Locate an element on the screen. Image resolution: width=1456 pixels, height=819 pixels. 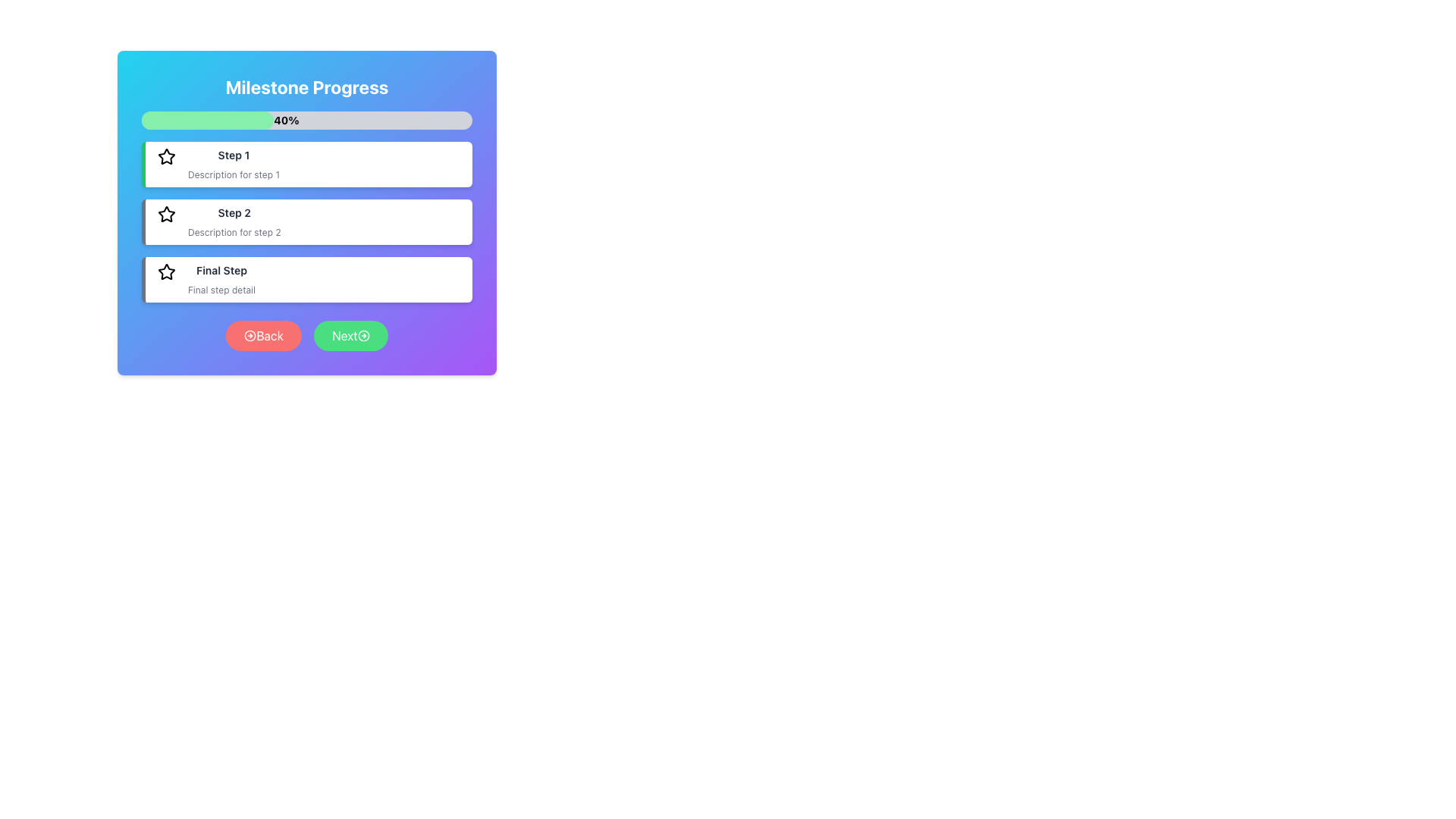
the star icon representing 'Step 1' in the milestone progress tracker is located at coordinates (167, 271).